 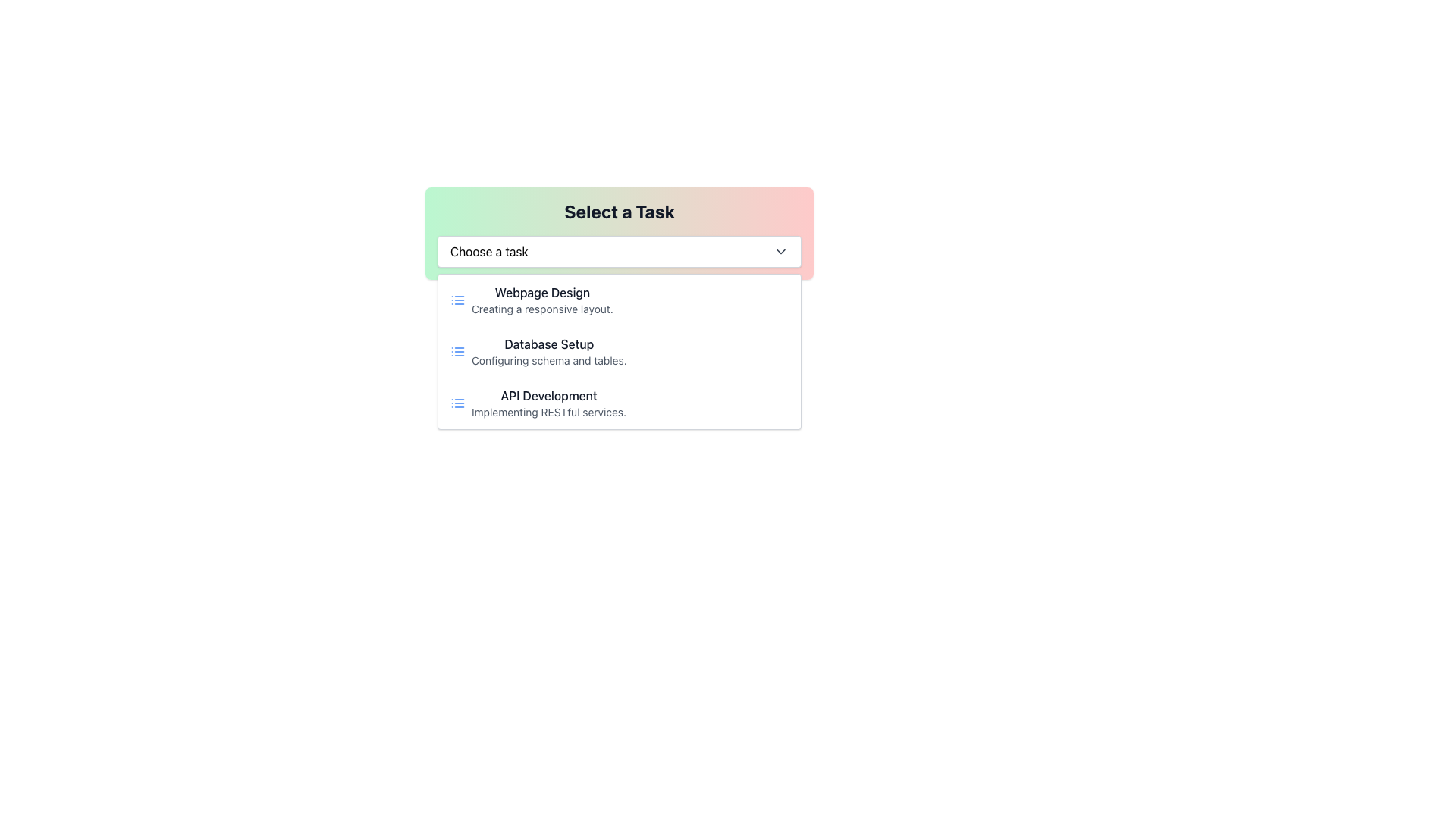 What do you see at coordinates (542, 309) in the screenshot?
I see `the text label displaying 'Creating a responsive layout.' which is located directly under the bolded text 'Webpage Design' in the dropdown menu` at bounding box center [542, 309].